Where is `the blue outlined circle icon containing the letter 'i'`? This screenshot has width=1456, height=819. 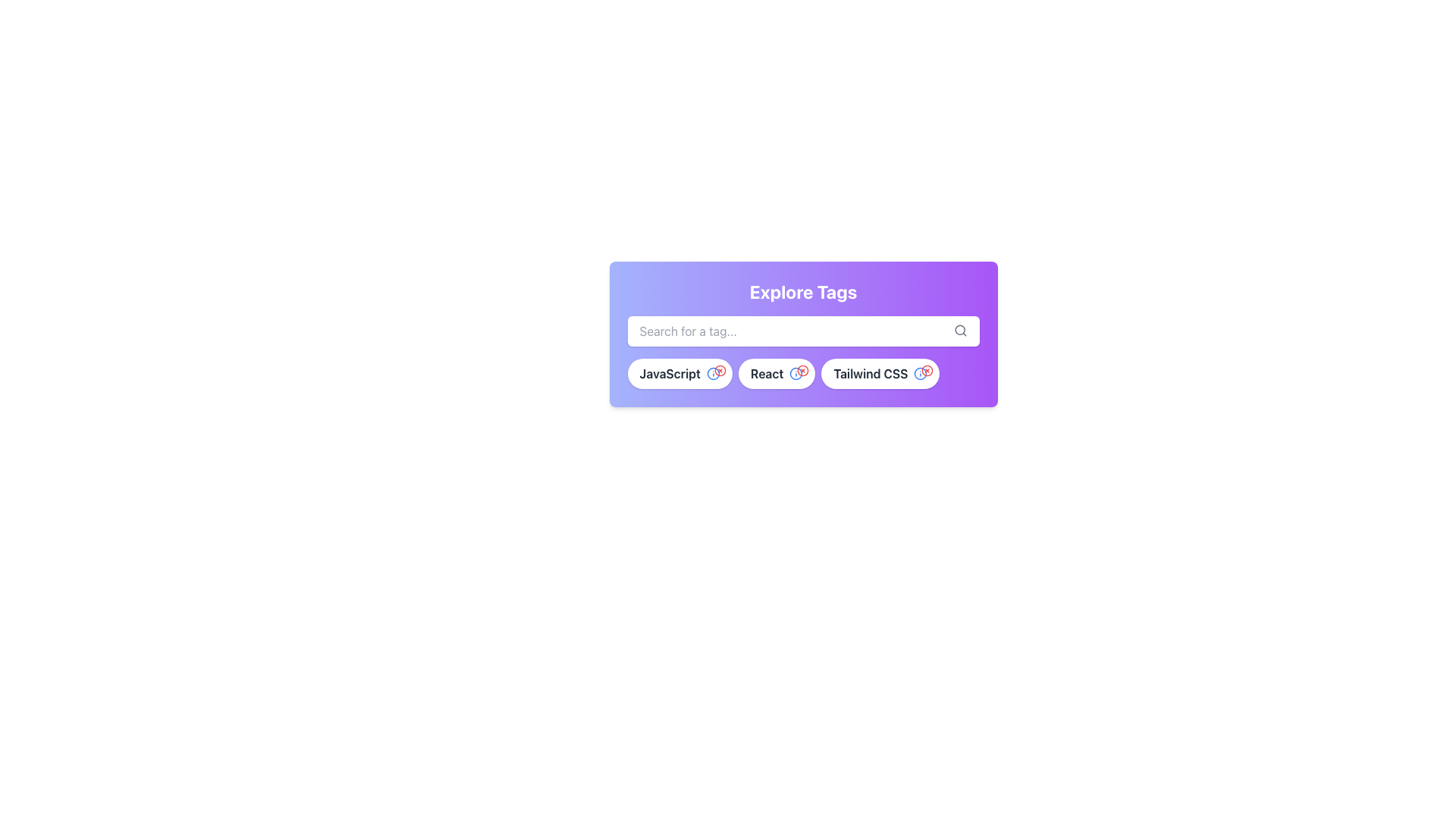 the blue outlined circle icon containing the letter 'i' is located at coordinates (795, 374).